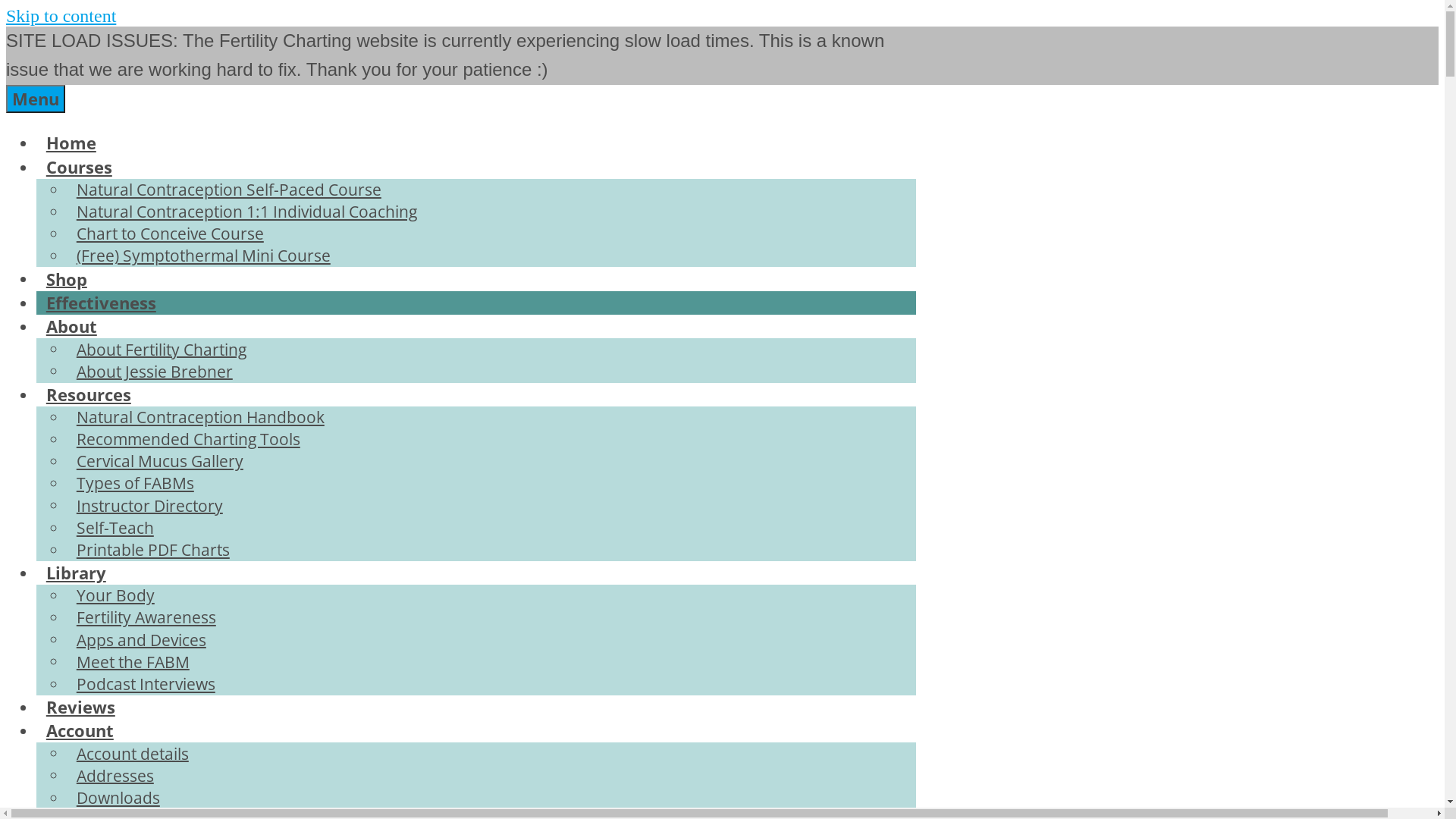  I want to click on 'Podcast Interviews', so click(146, 684).